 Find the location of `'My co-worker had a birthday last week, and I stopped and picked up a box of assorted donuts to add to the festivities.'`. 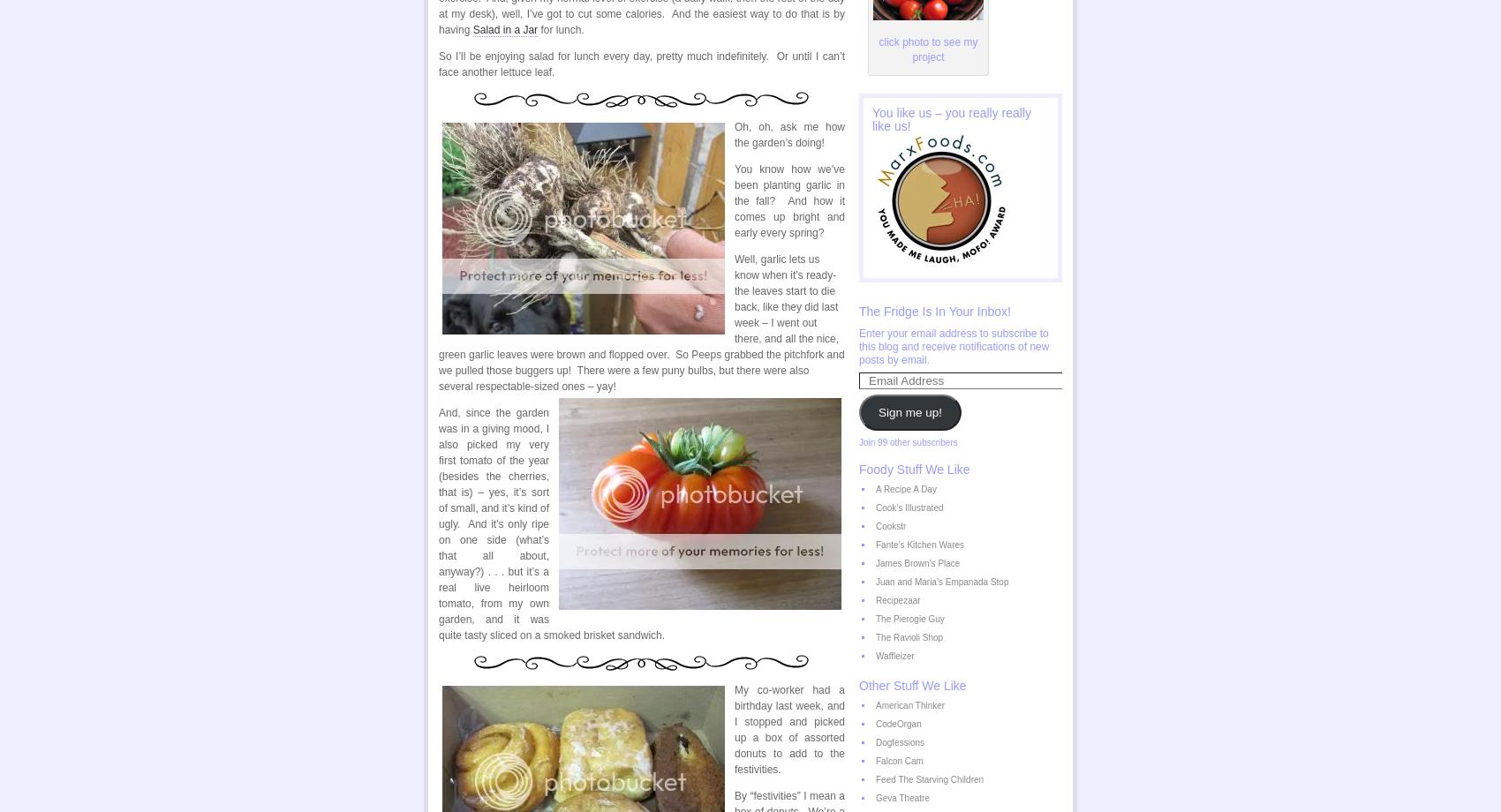

'My co-worker had a birthday last week, and I stopped and picked up a box of assorted donuts to add to the festivities.' is located at coordinates (789, 728).